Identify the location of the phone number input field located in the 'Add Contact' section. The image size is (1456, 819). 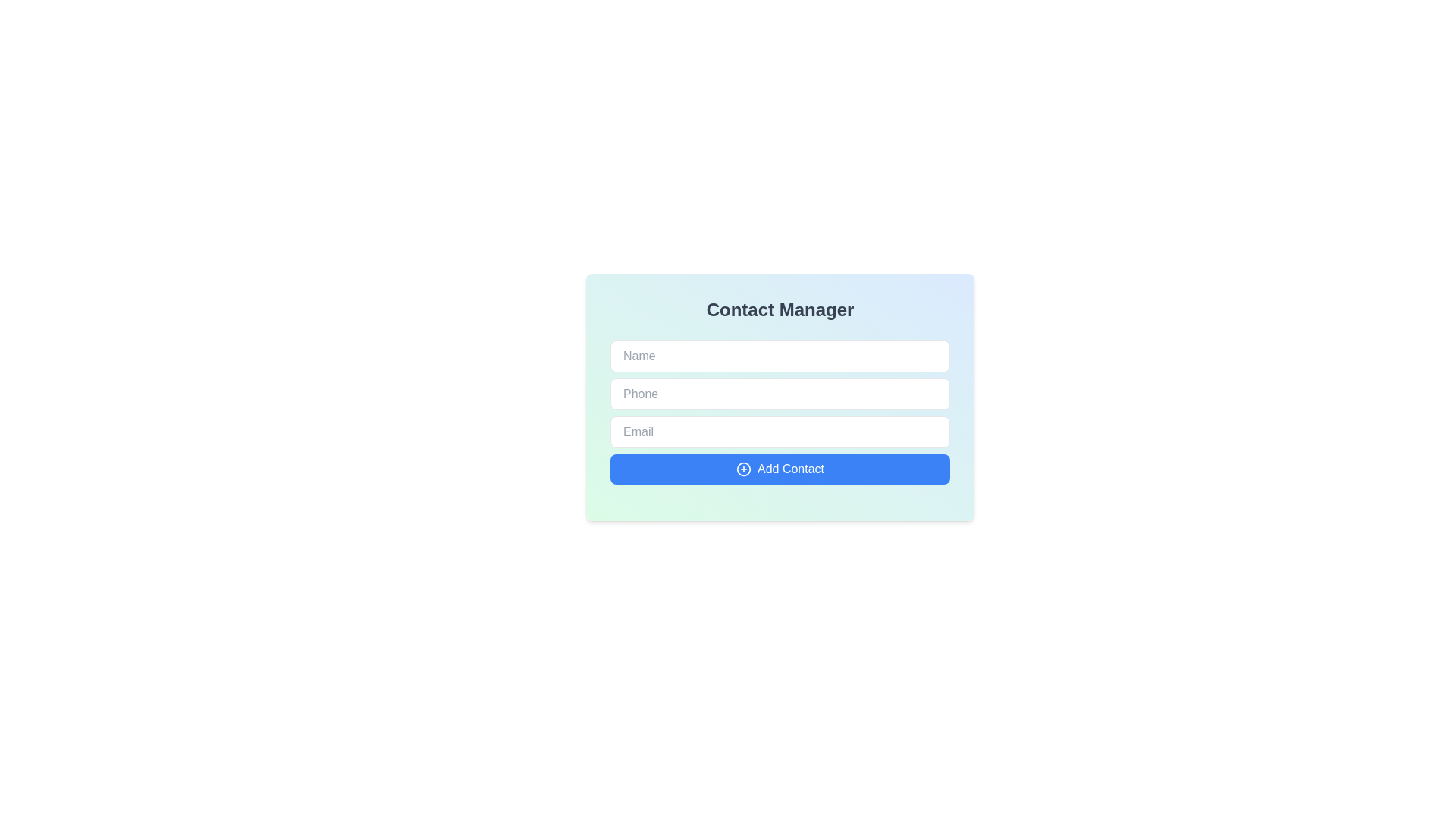
(780, 394).